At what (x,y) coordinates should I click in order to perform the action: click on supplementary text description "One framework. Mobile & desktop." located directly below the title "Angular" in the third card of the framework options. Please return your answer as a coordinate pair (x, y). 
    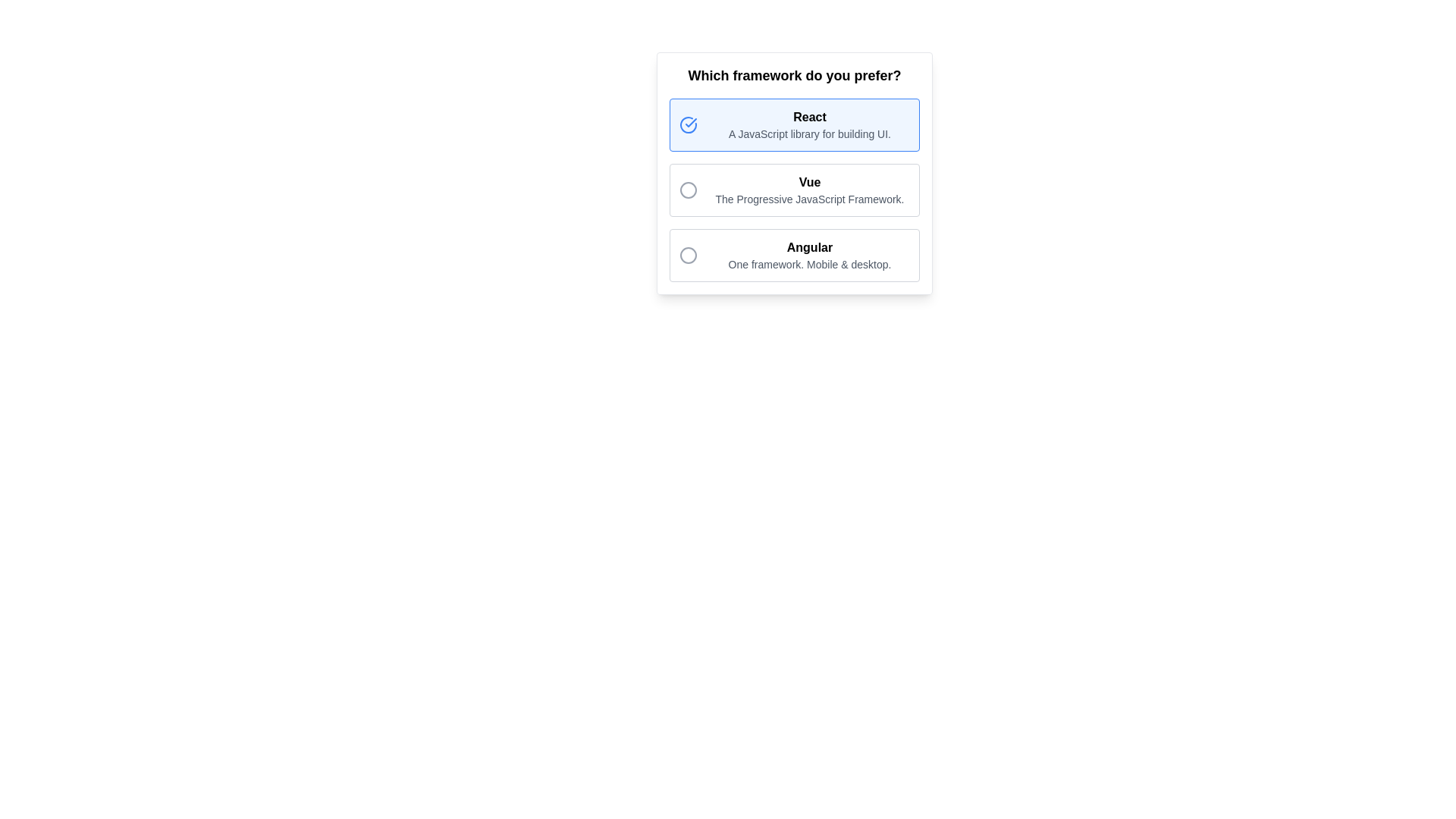
    Looking at the image, I should click on (809, 263).